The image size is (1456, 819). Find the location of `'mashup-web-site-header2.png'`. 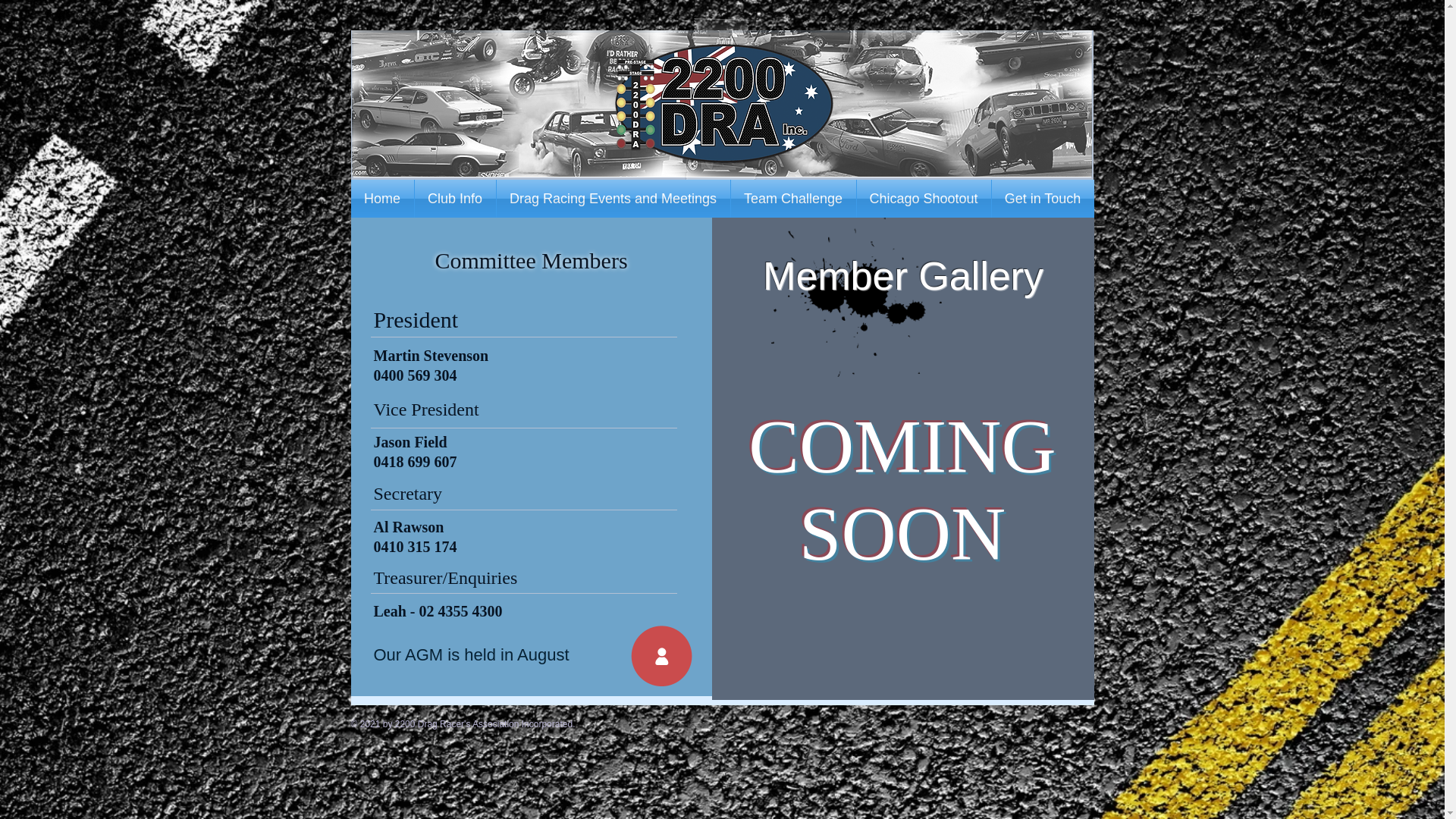

'mashup-web-site-header2.png' is located at coordinates (720, 102).